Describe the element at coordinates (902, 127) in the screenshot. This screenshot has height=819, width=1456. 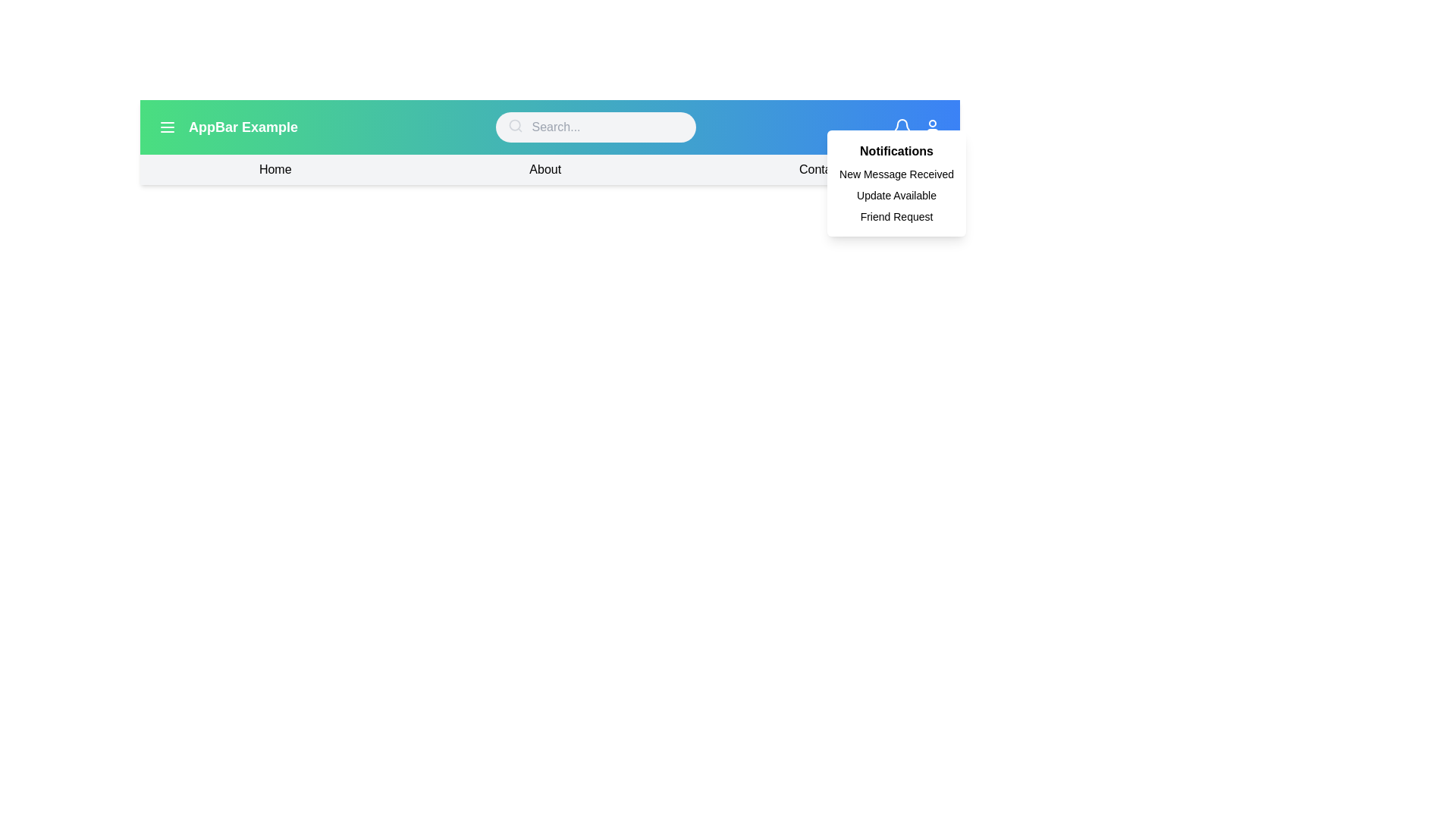
I see `the bell icon to toggle the notifications dropdown` at that location.